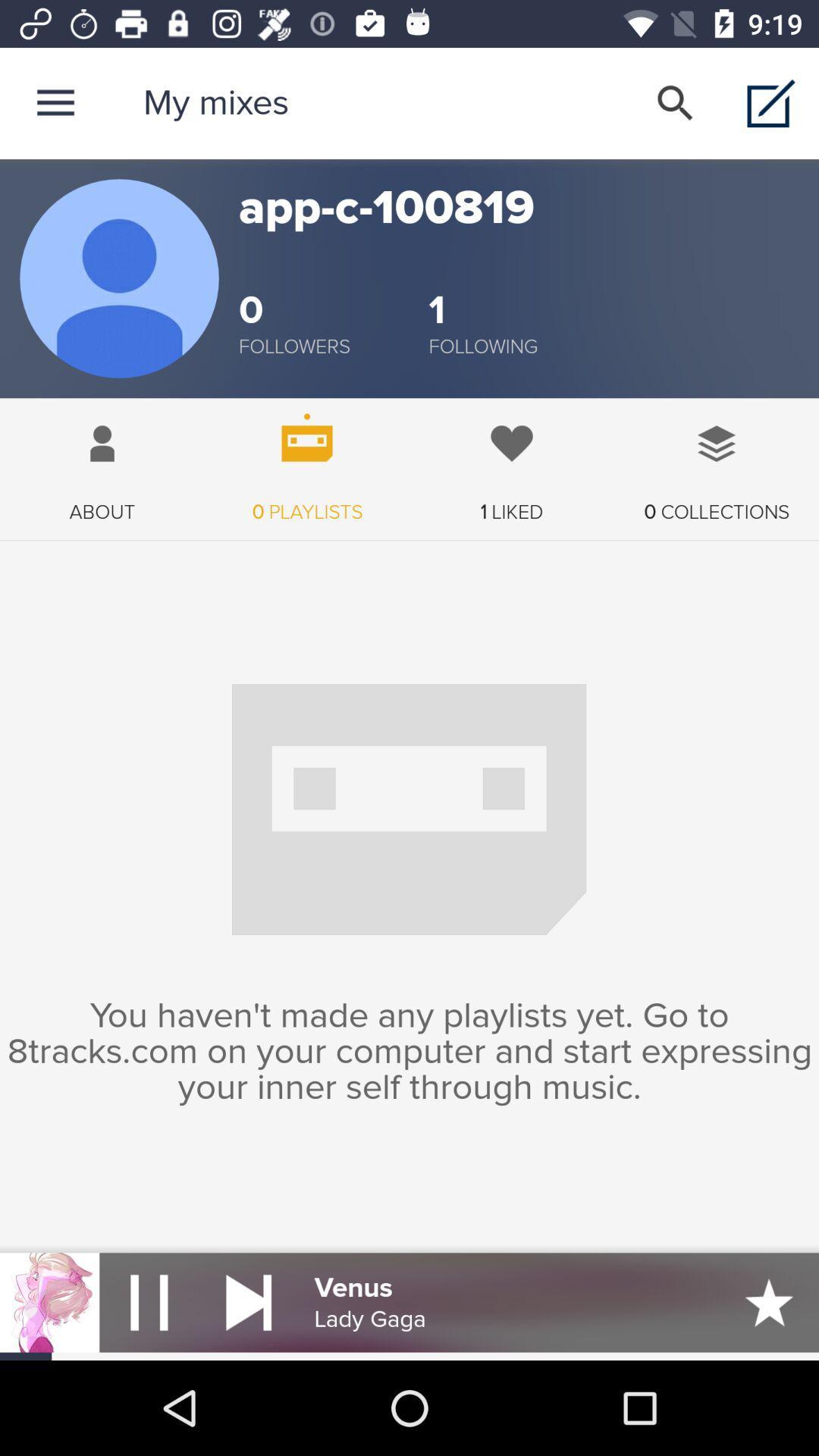  I want to click on icon below 0 item, so click(483, 346).